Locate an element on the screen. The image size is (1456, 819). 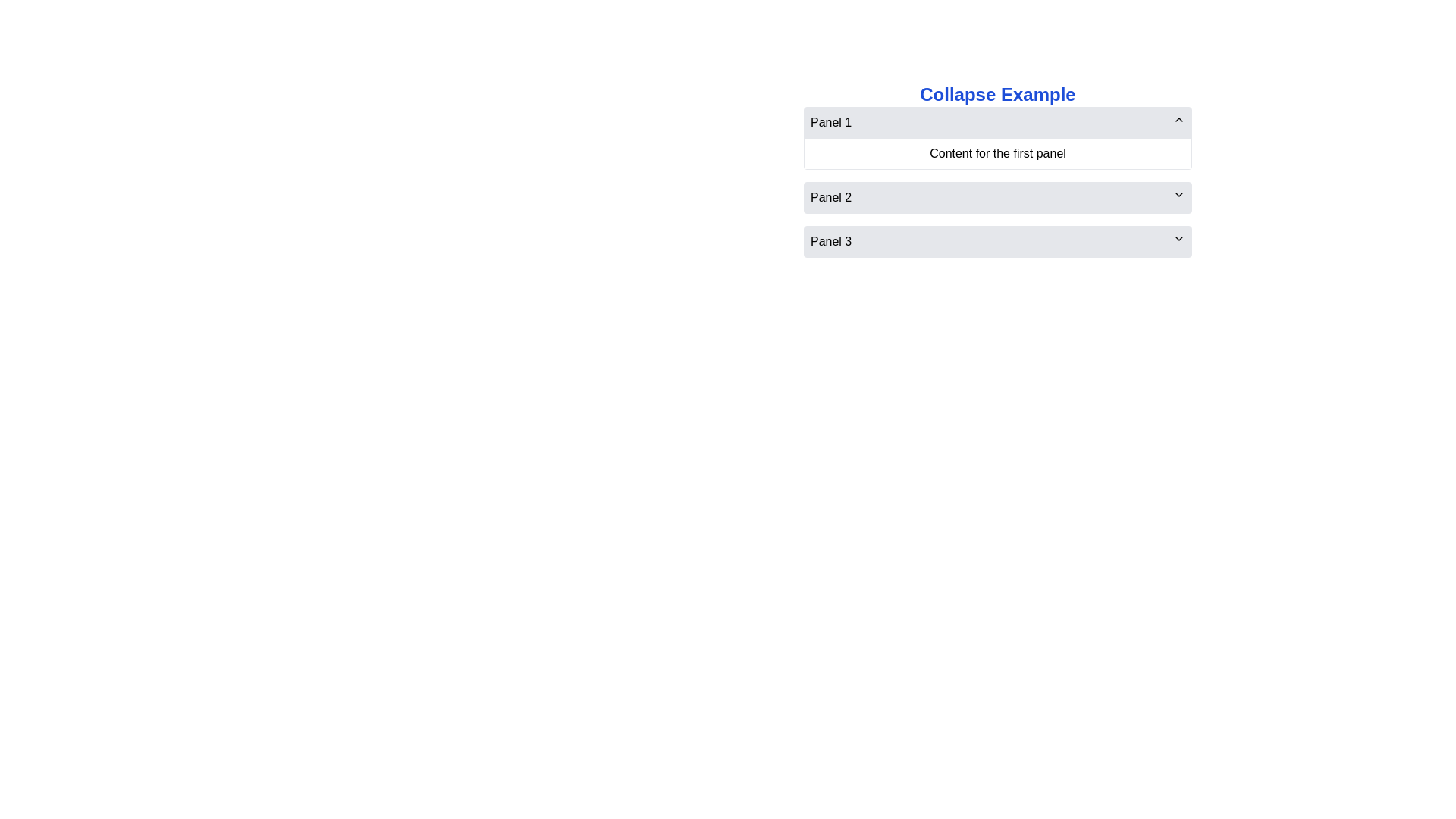
the chevron-down icon located at the far right of the 'Panel 2' section header is located at coordinates (1178, 194).